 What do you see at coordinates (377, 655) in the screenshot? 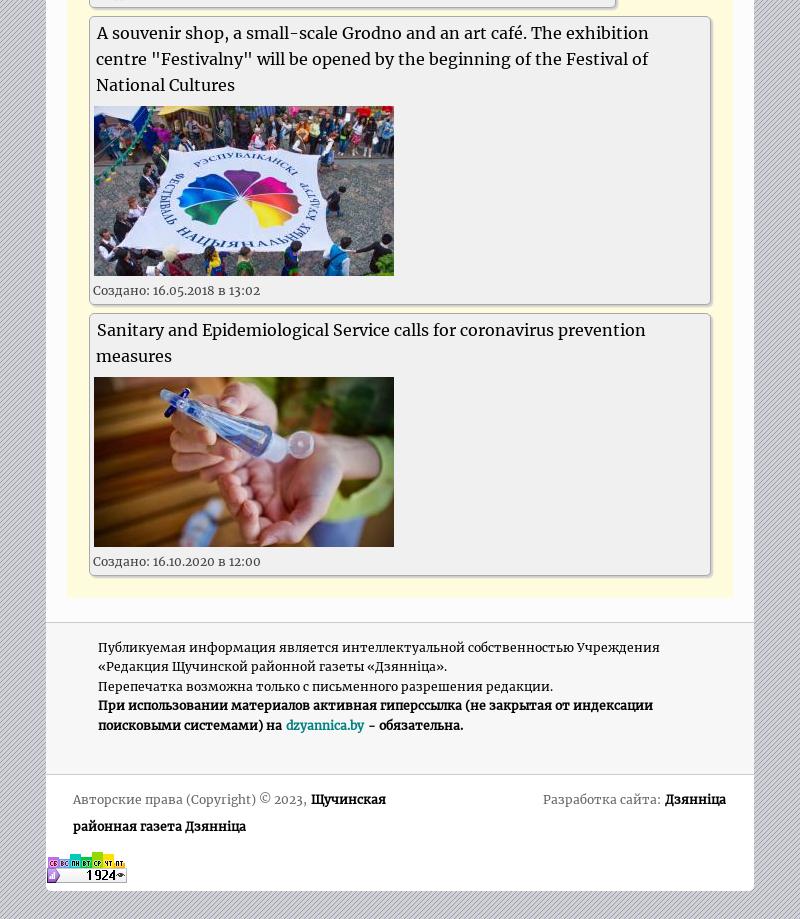
I see `'Публикуемая информация является интеллектуальной собственностью Учреждения «Редакция Щучинской районной газеты «Дзяннiца».'` at bounding box center [377, 655].